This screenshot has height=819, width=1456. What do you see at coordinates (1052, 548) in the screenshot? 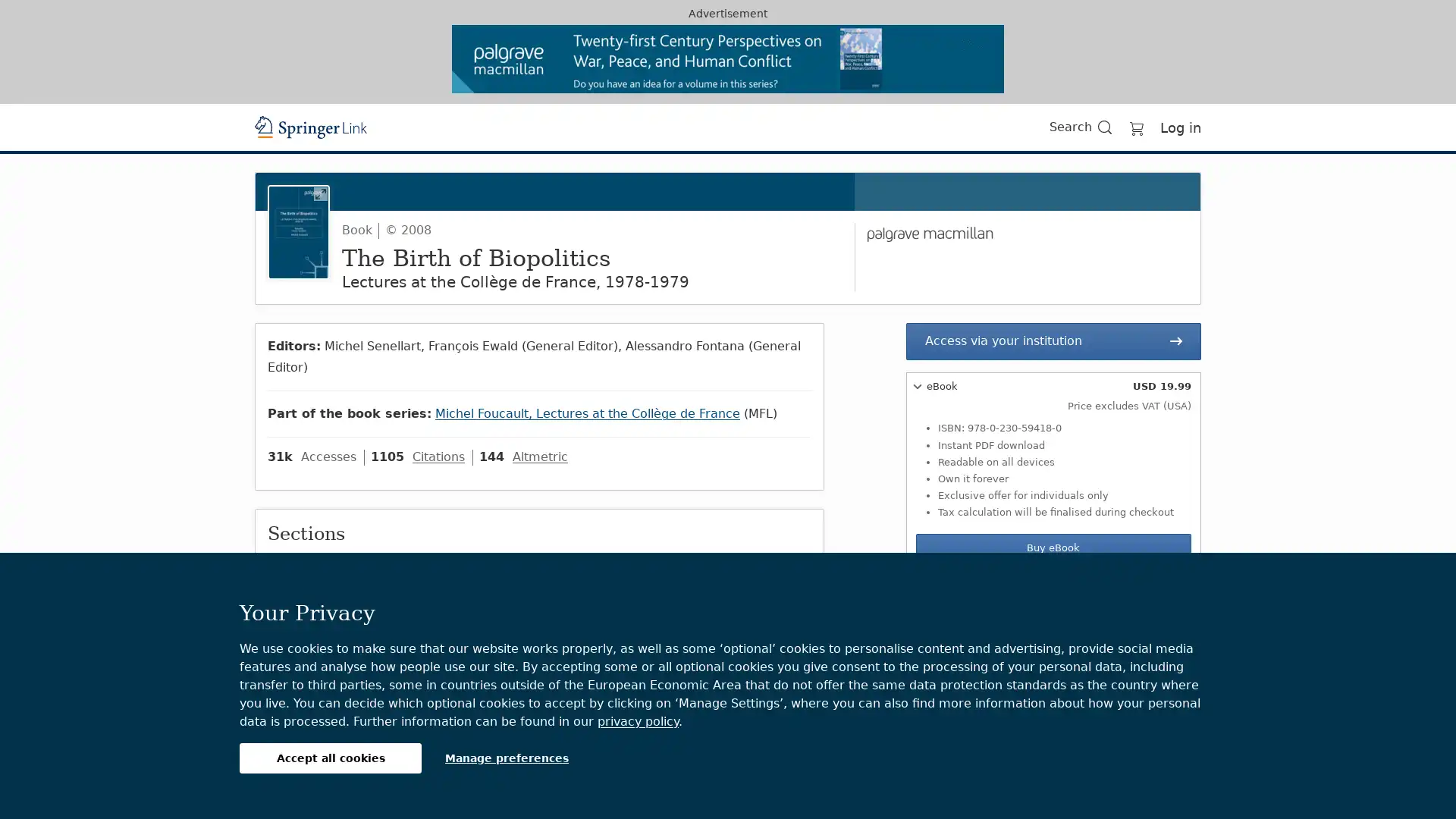
I see `Buy eBook` at bounding box center [1052, 548].